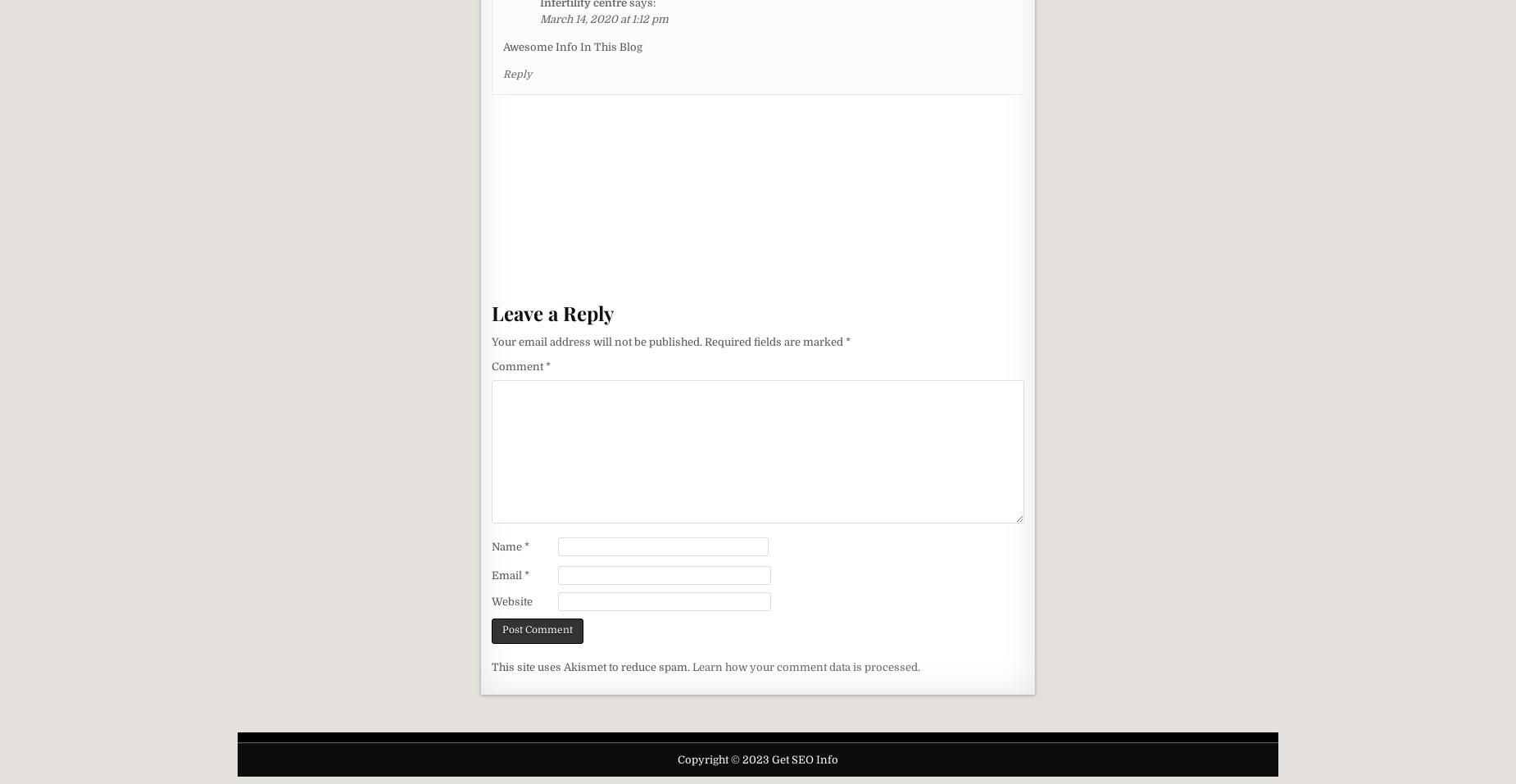  Describe the element at coordinates (804, 665) in the screenshot. I see `'Learn how your comment data is processed'` at that location.